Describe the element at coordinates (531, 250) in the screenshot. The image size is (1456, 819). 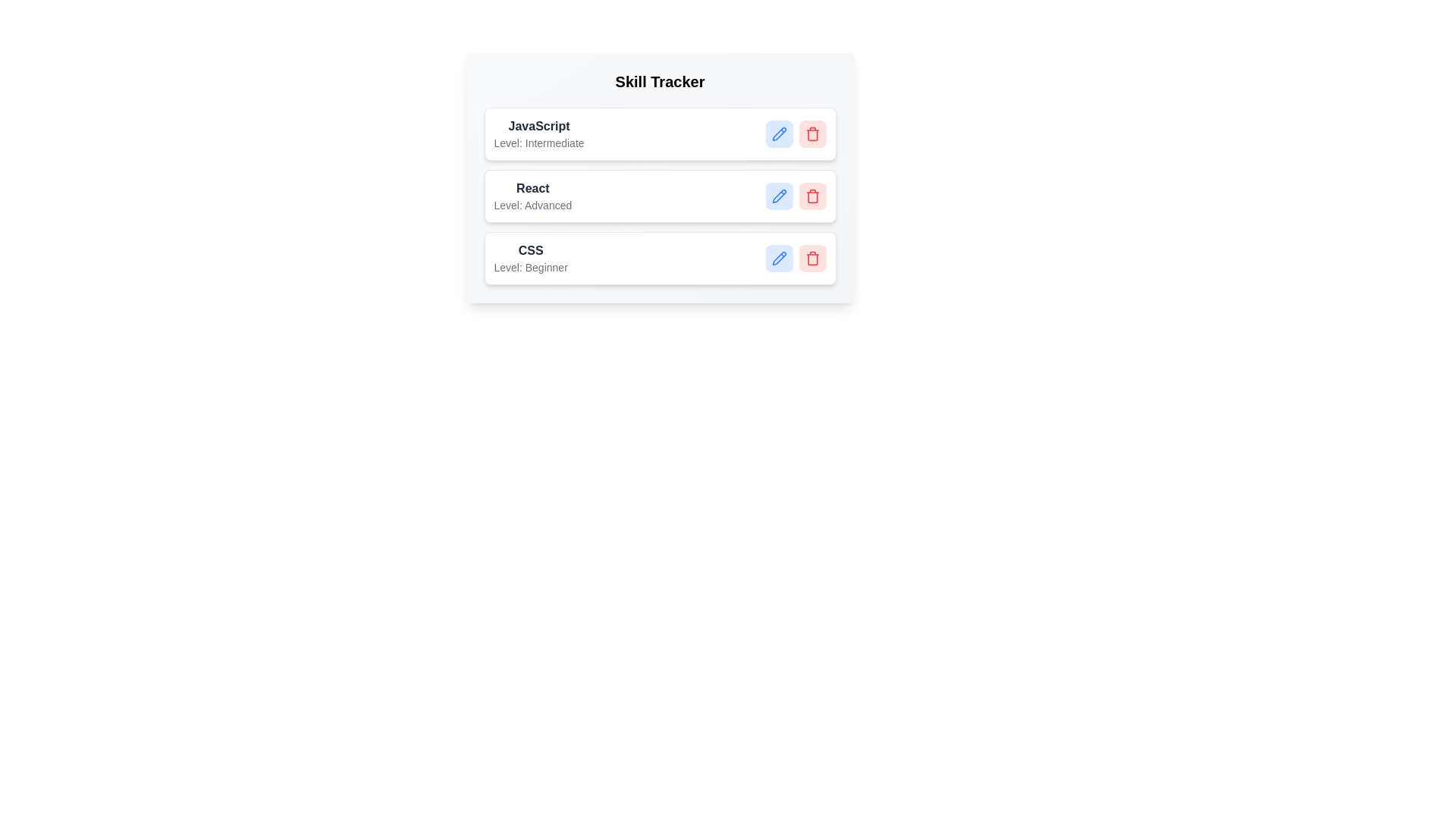
I see `the text of a skill name CSS` at that location.